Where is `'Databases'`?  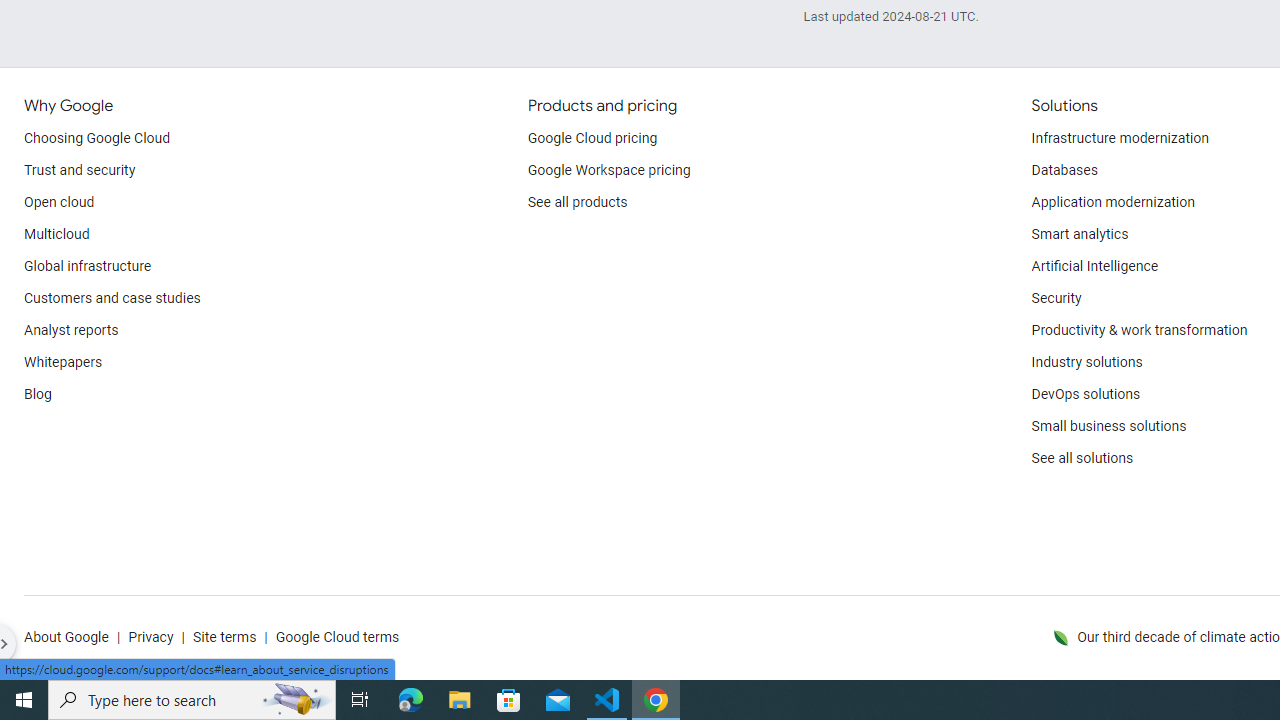 'Databases' is located at coordinates (1063, 170).